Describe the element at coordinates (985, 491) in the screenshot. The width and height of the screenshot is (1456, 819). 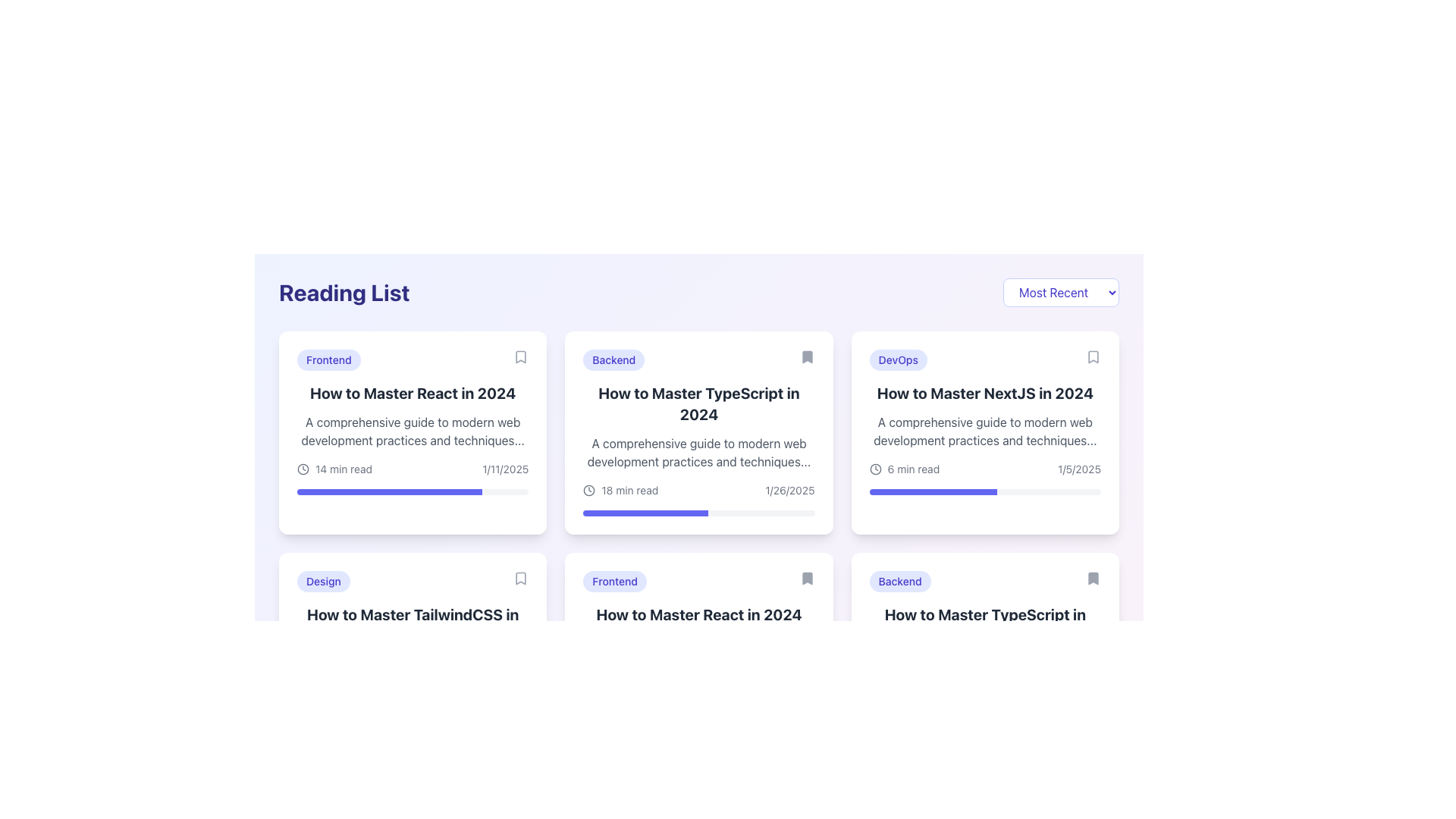
I see `the progress visually indicated on the progress bar located in the card component titled 'How to Master NextJS in 2024'` at that location.